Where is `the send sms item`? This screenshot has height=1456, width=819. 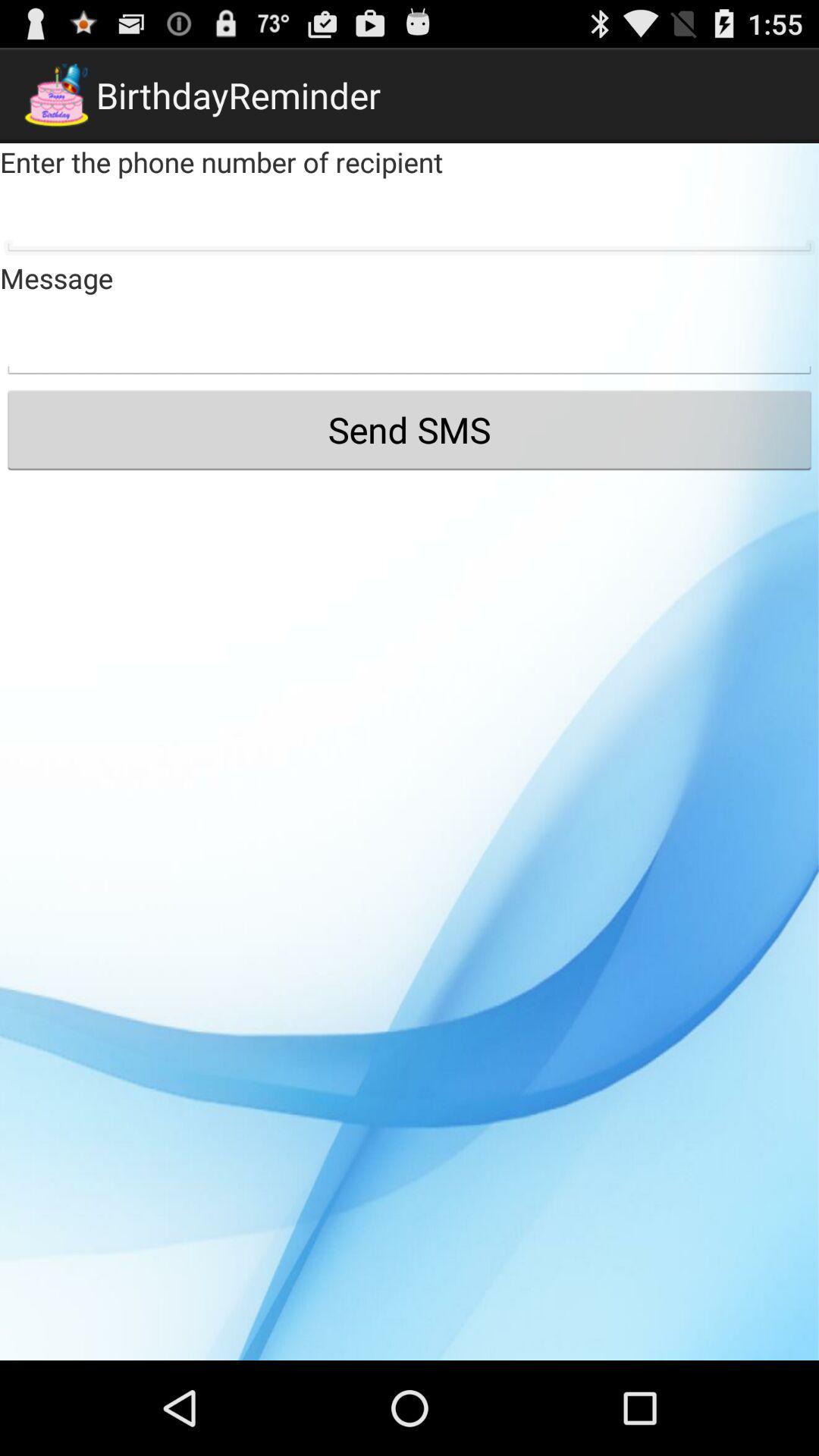
the send sms item is located at coordinates (409, 428).